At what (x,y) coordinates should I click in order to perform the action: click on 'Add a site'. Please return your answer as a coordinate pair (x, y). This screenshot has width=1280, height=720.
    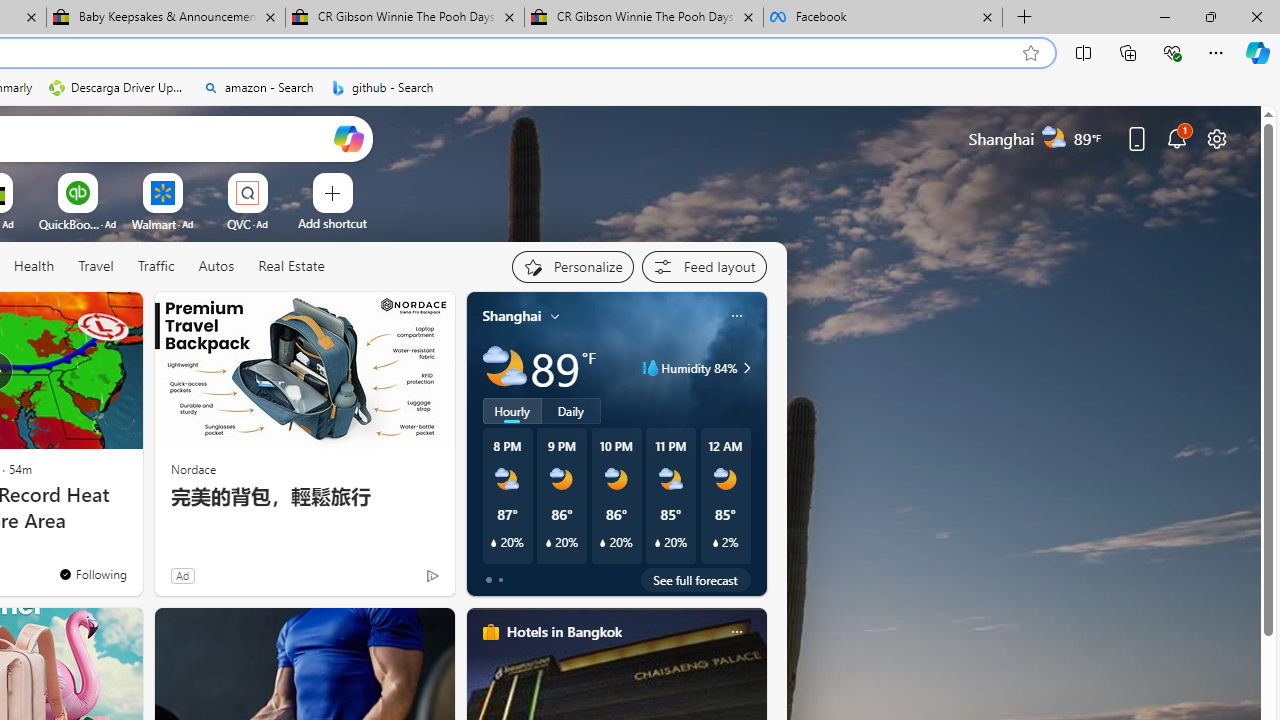
    Looking at the image, I should click on (332, 223).